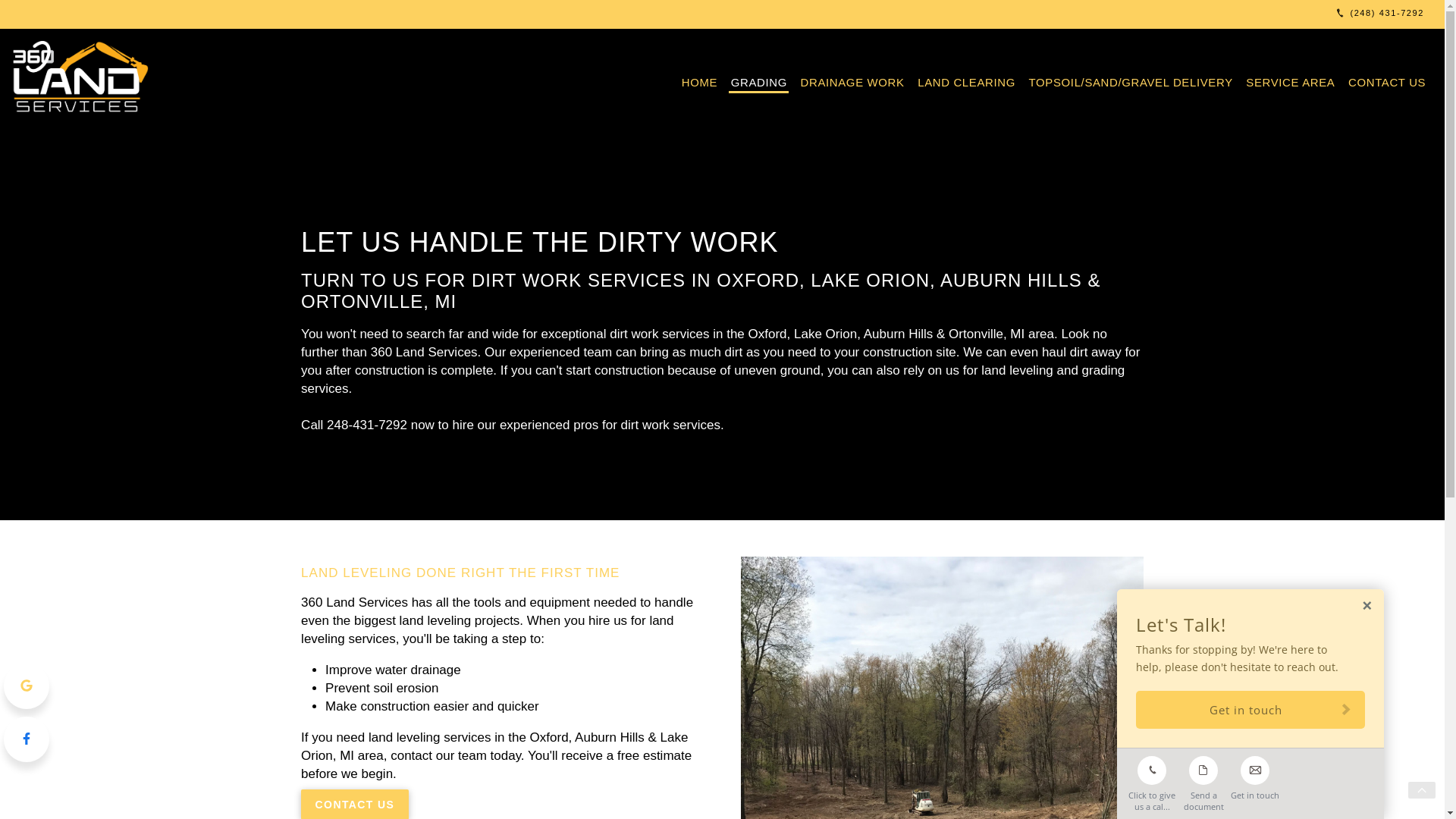  I want to click on 'Get in touch', so click(1250, 710).